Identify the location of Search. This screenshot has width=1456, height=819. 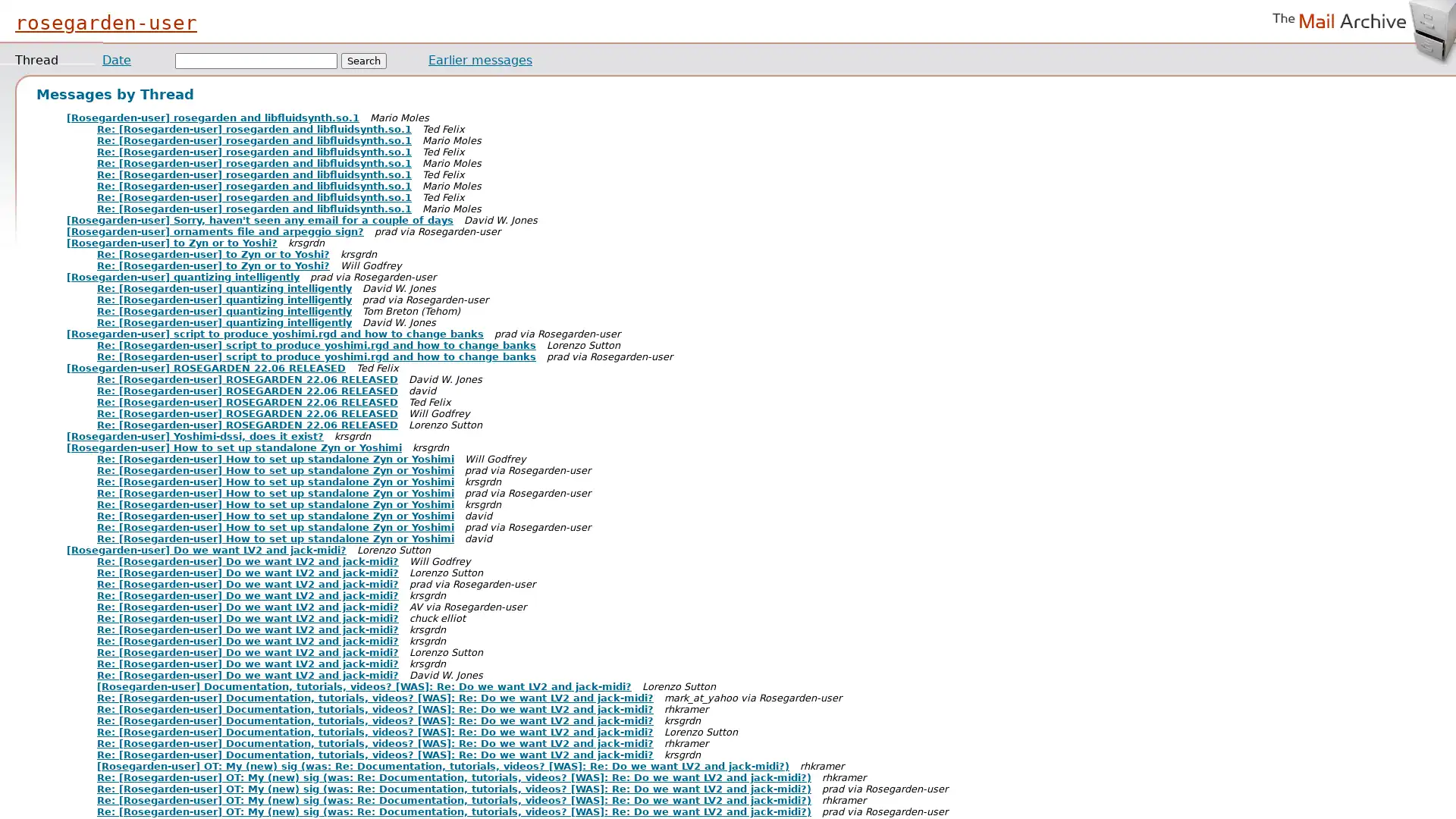
(364, 60).